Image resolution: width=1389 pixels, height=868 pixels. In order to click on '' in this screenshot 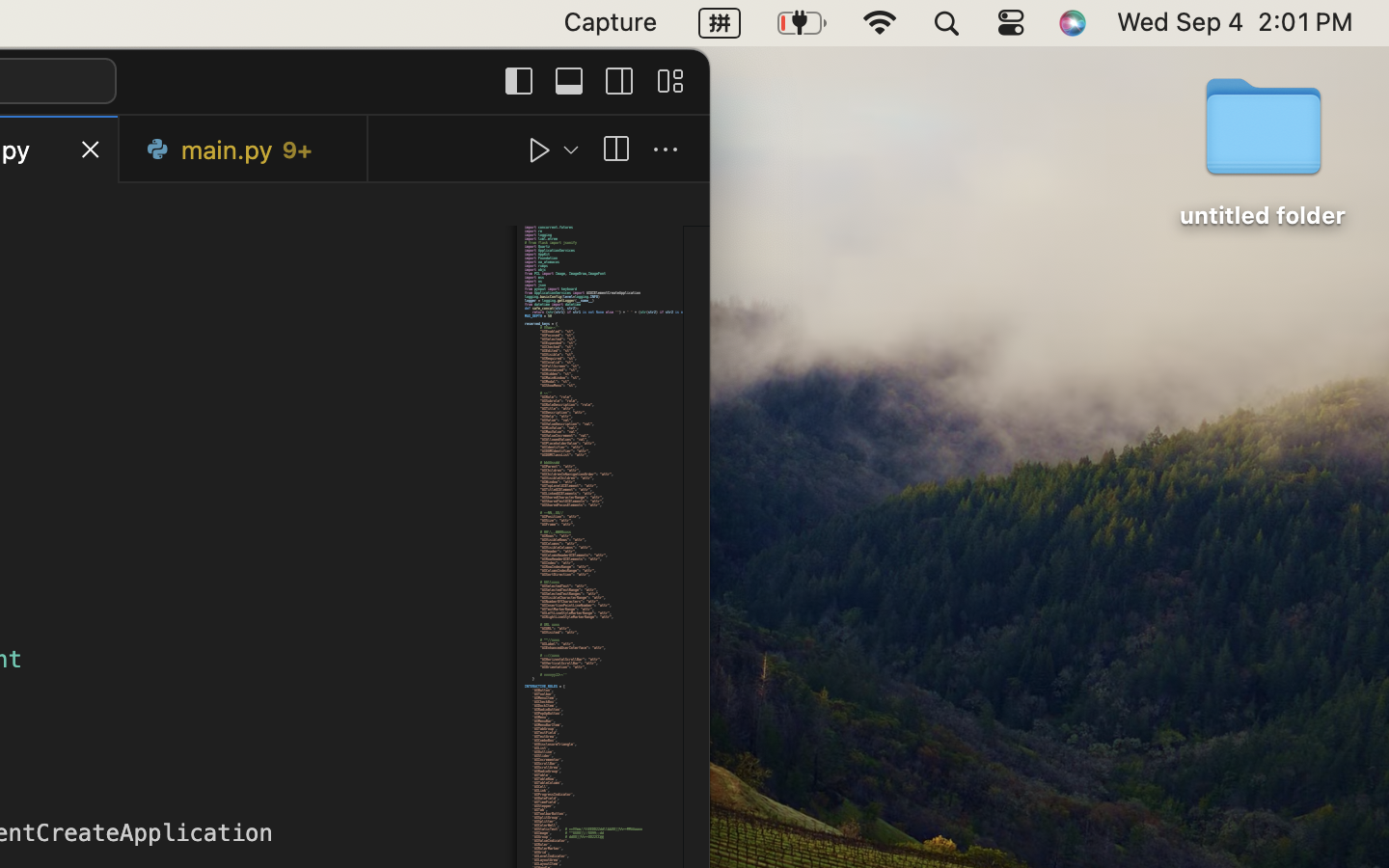, I will do `click(666, 149)`.